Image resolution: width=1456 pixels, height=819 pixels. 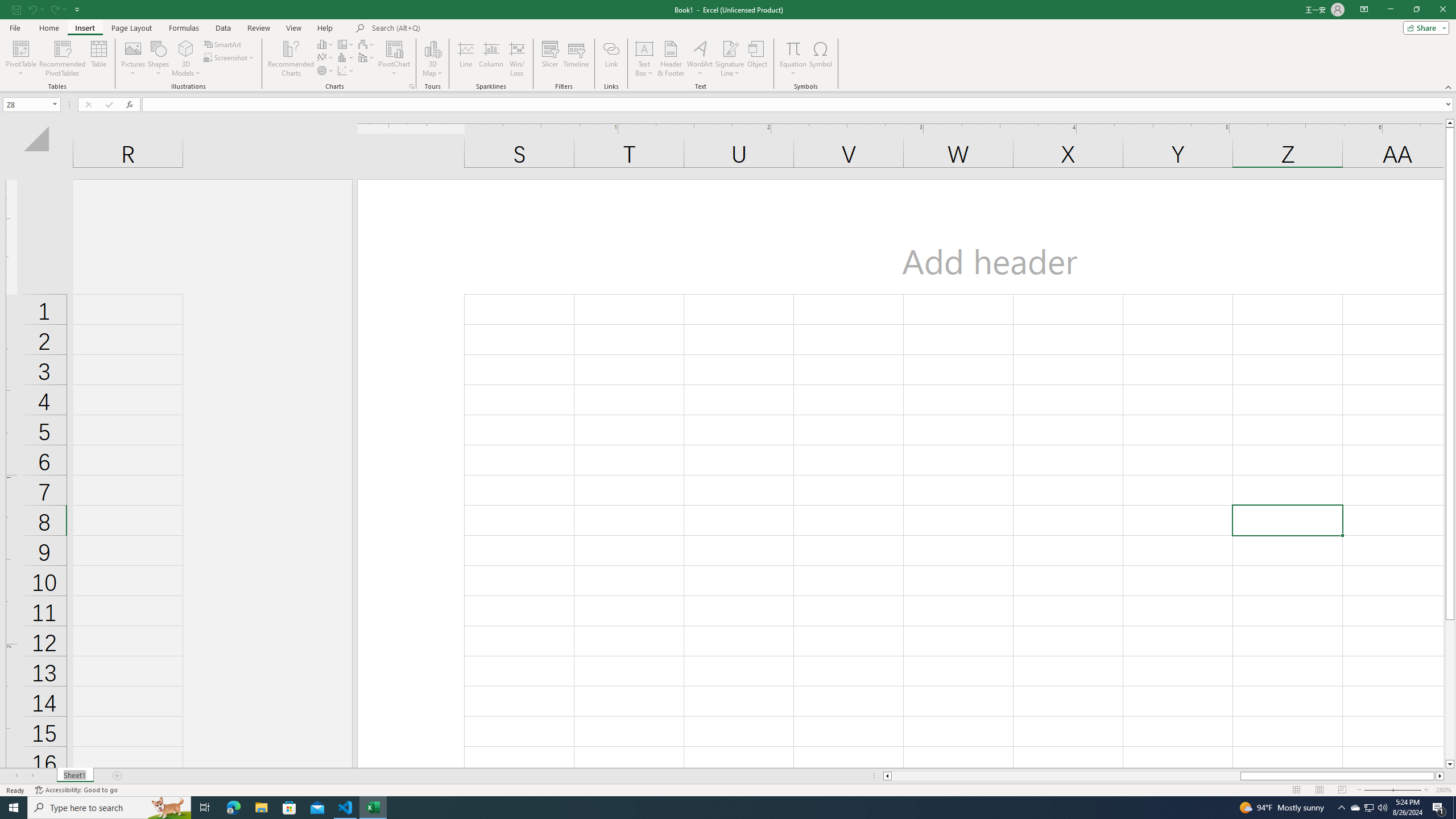 What do you see at coordinates (432, 48) in the screenshot?
I see `'3D Map'` at bounding box center [432, 48].